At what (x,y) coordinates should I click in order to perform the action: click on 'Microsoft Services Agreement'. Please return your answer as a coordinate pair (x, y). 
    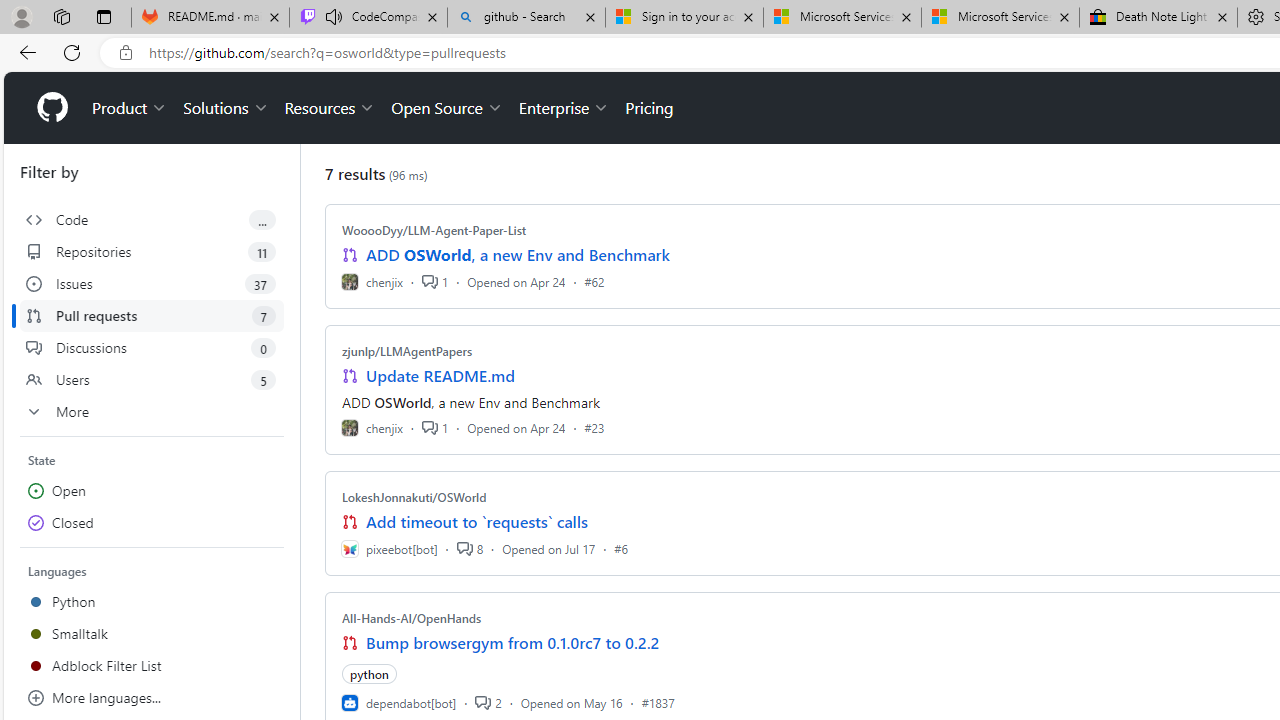
    Looking at the image, I should click on (1000, 17).